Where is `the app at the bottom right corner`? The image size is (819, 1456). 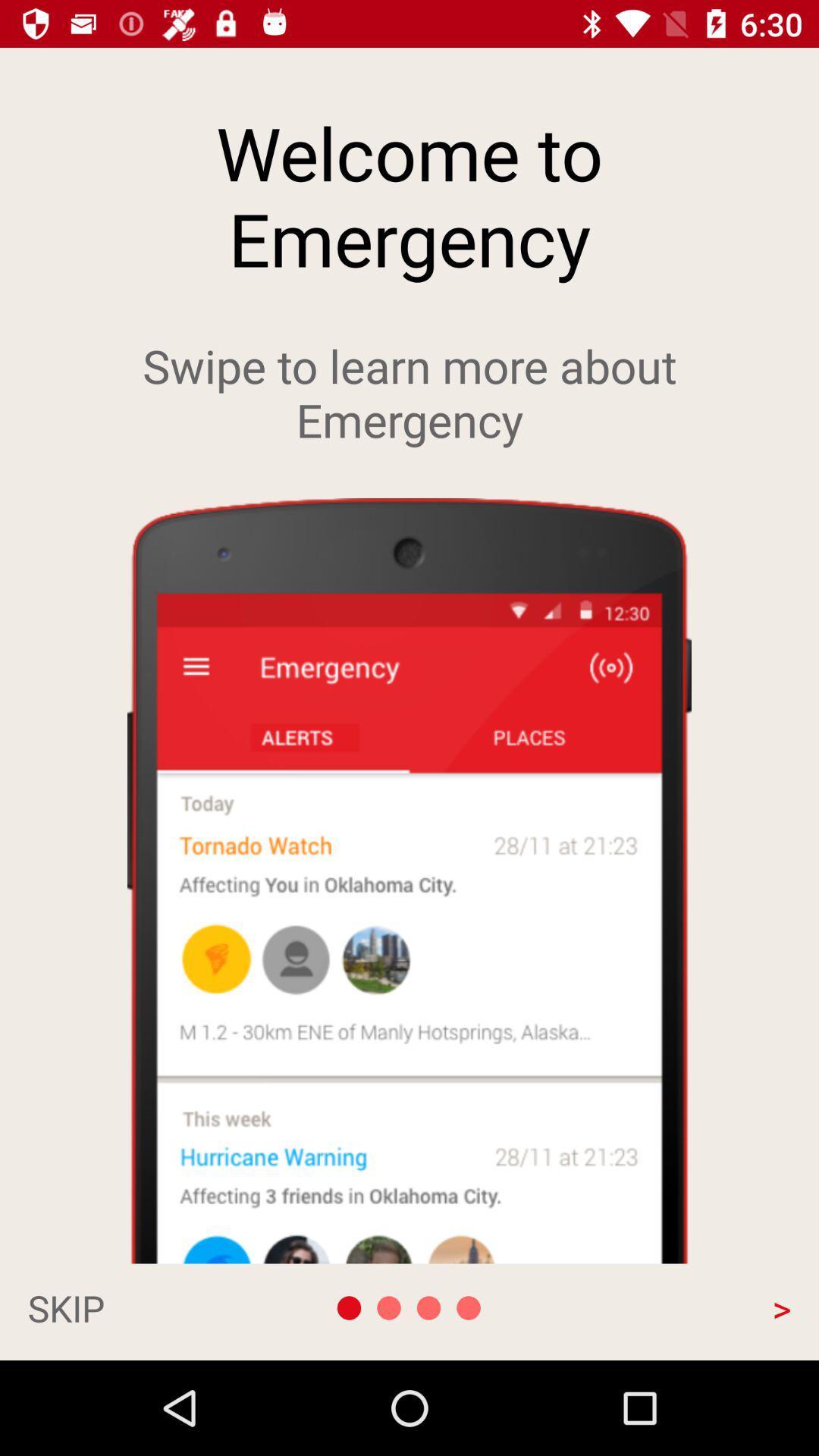 the app at the bottom right corner is located at coordinates (676, 1307).